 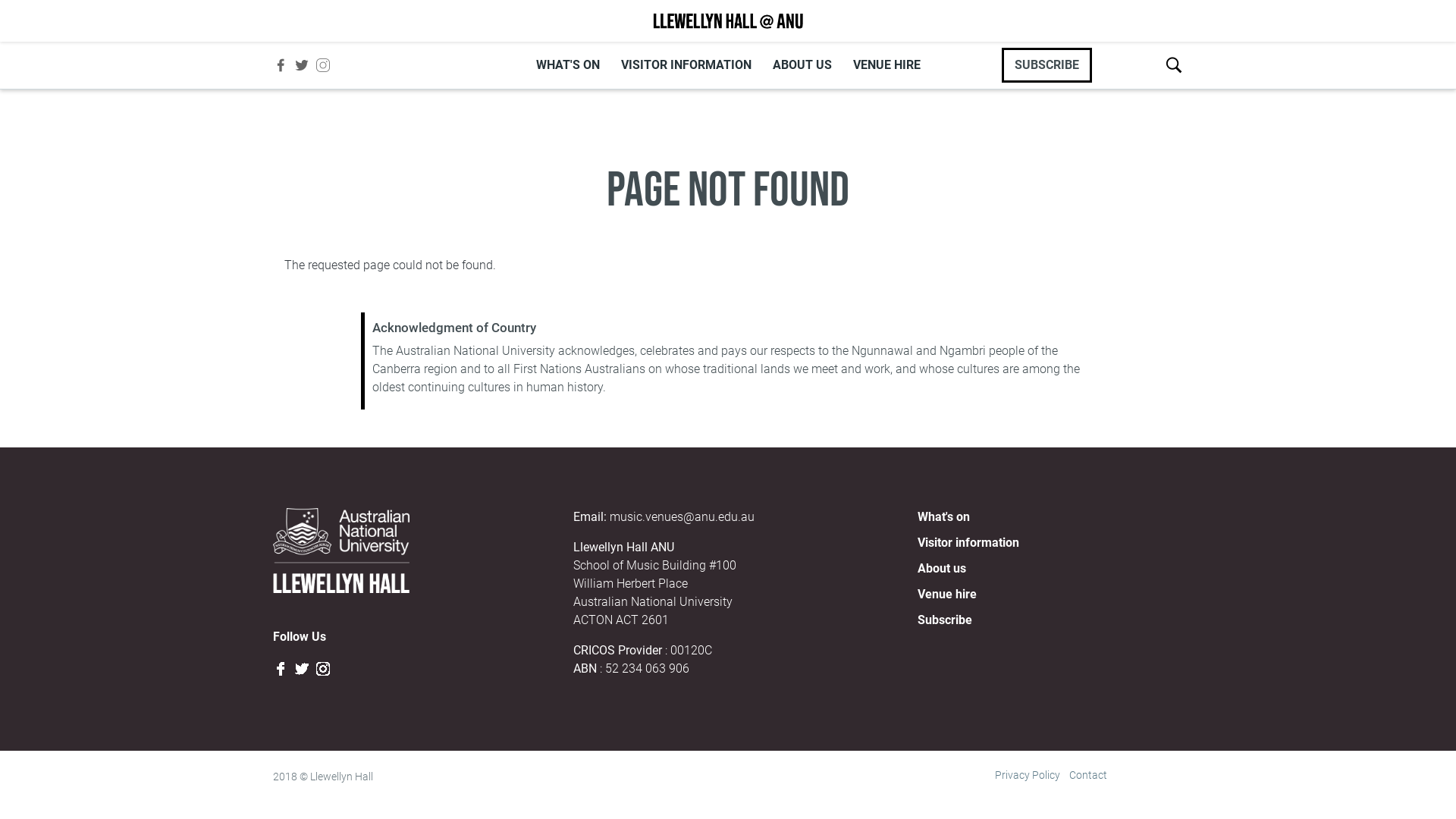 What do you see at coordinates (916, 593) in the screenshot?
I see `'Venue hire'` at bounding box center [916, 593].